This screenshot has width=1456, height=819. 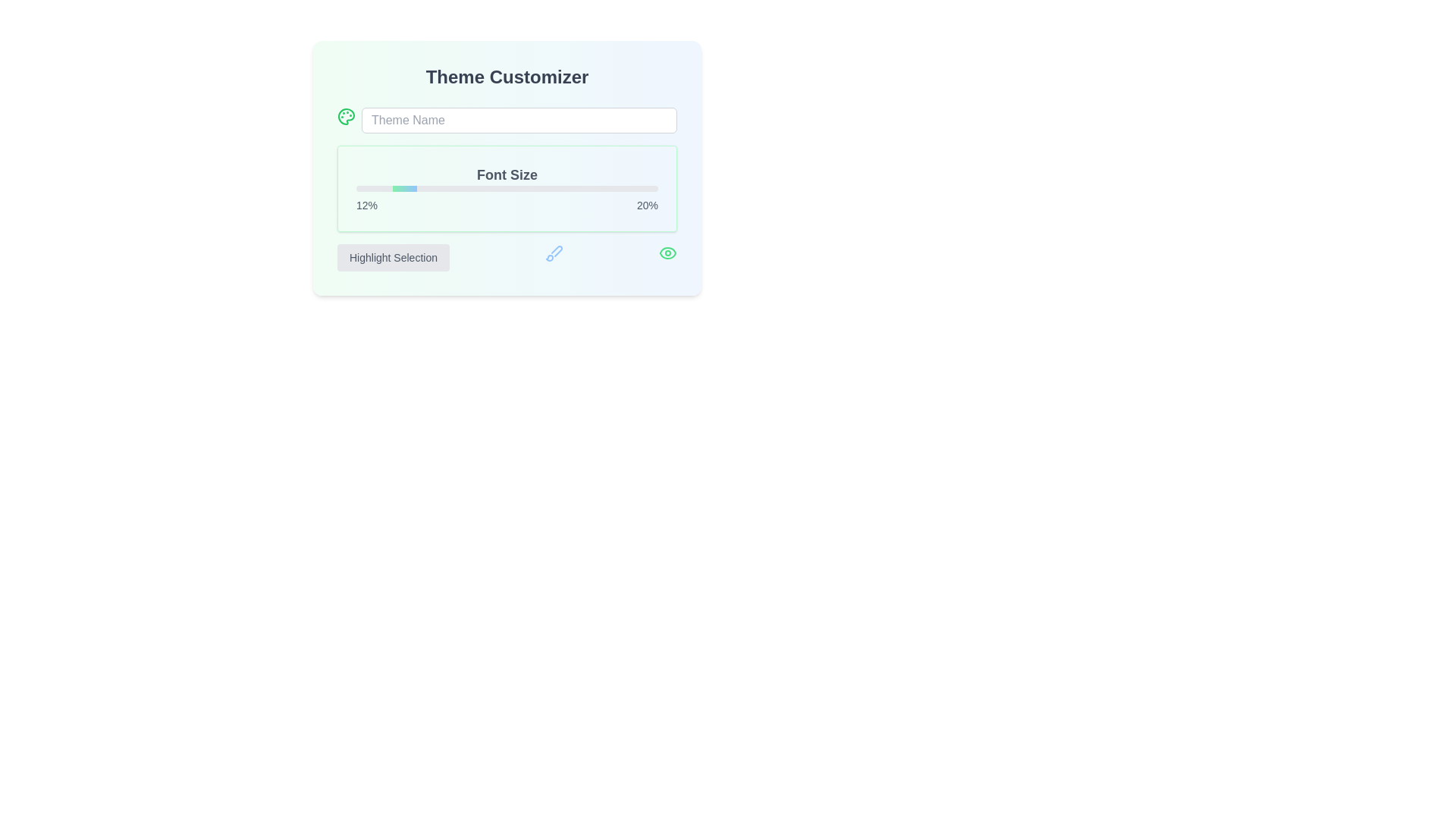 I want to click on the font size, so click(x=501, y=188).